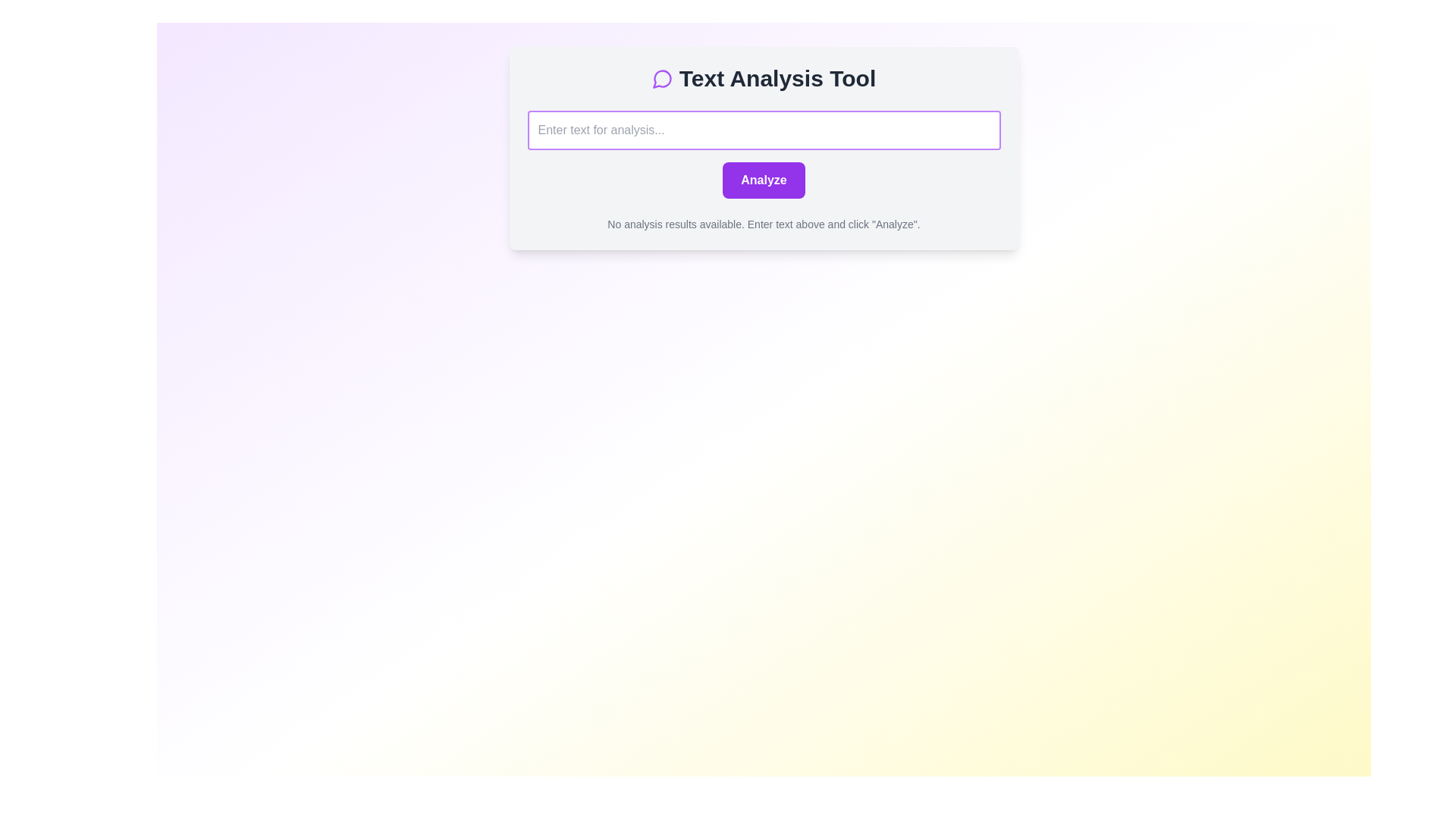 The height and width of the screenshot is (819, 1456). Describe the element at coordinates (764, 79) in the screenshot. I see `the Heading Text with Icon labeled 'Text Analysis Tool', which features a bold and large font, accompanied by a purple speech bubble icon` at that location.